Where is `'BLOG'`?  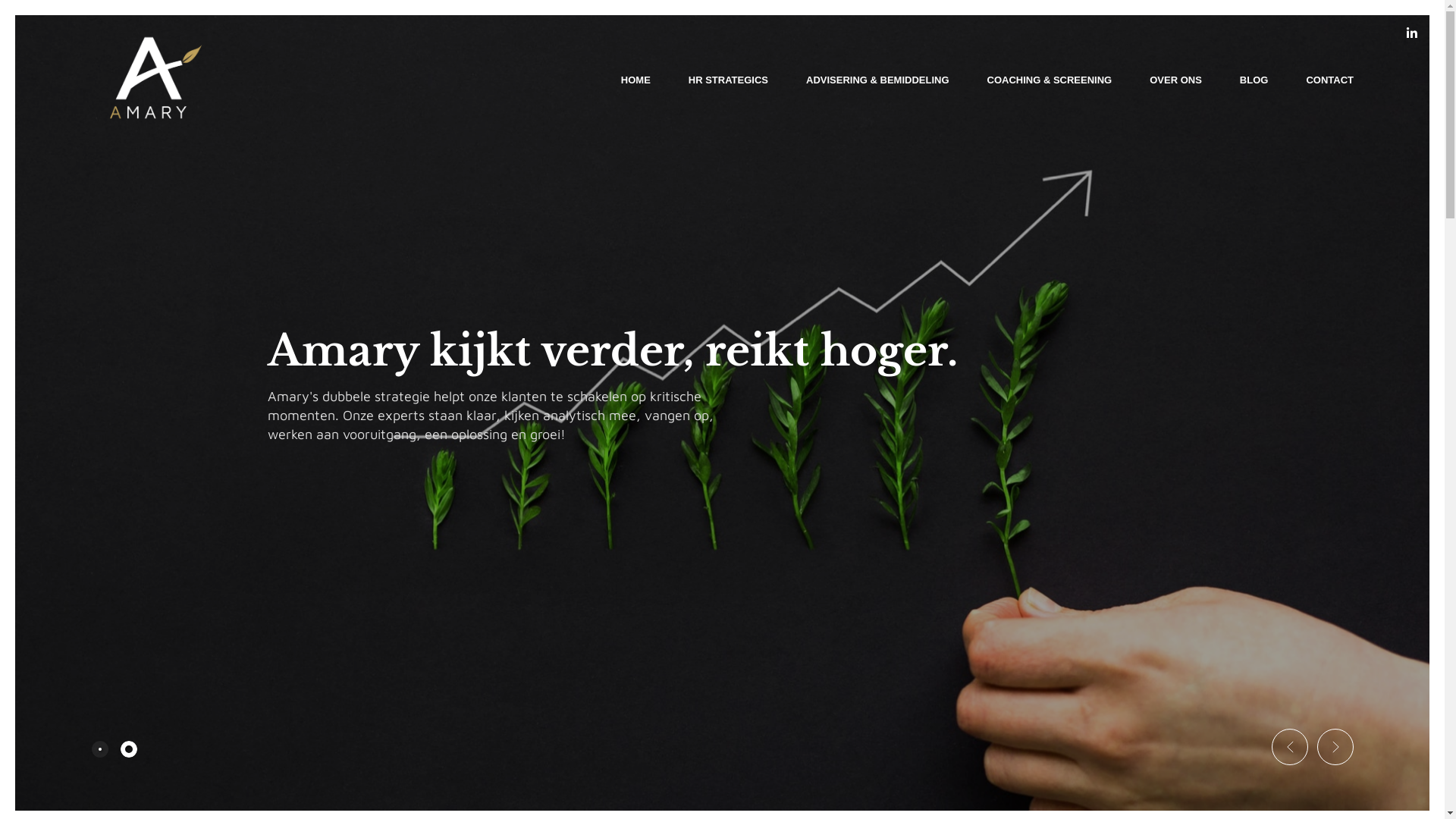 'BLOG' is located at coordinates (1254, 80).